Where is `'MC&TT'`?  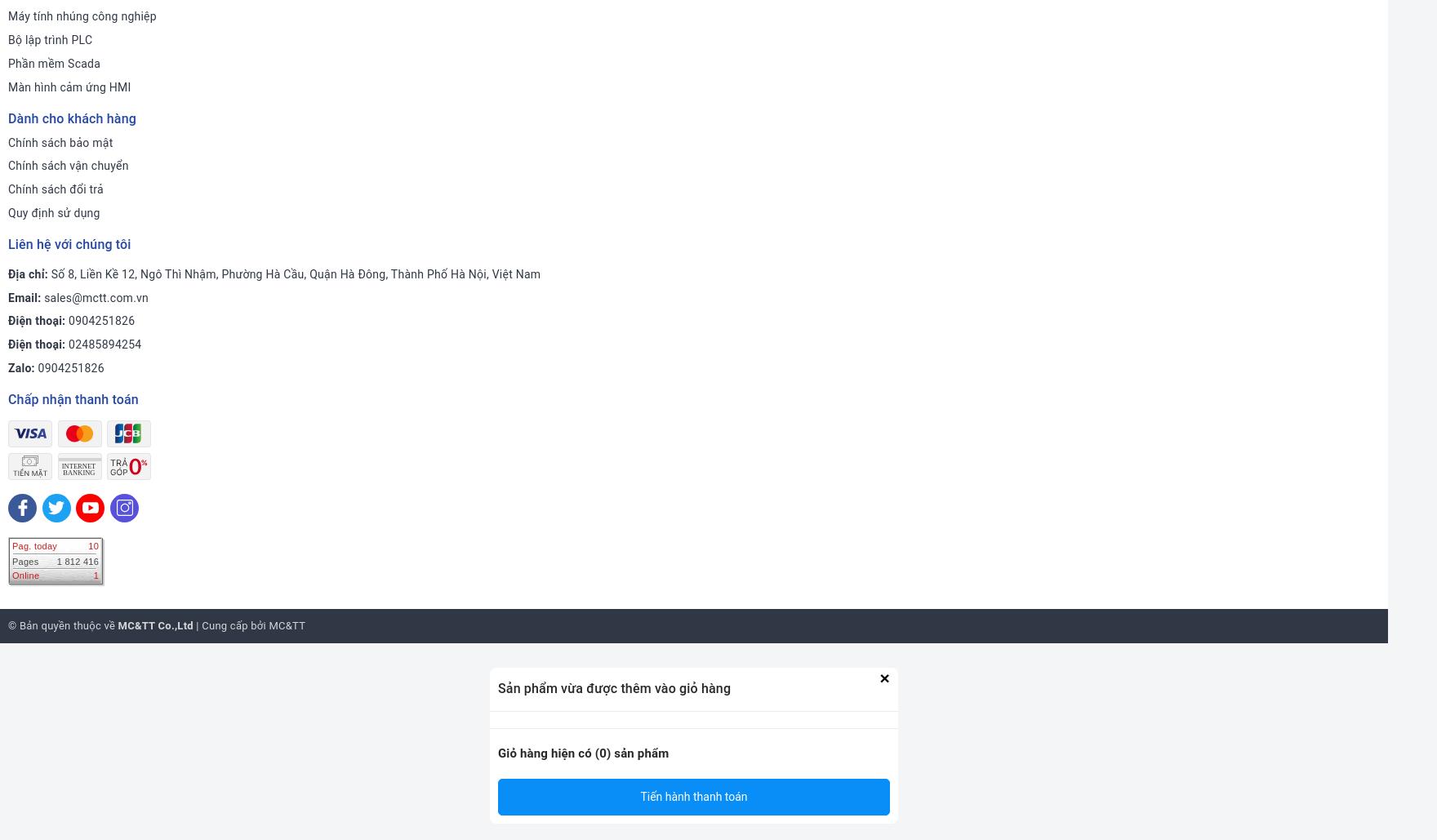 'MC&TT' is located at coordinates (286, 625).